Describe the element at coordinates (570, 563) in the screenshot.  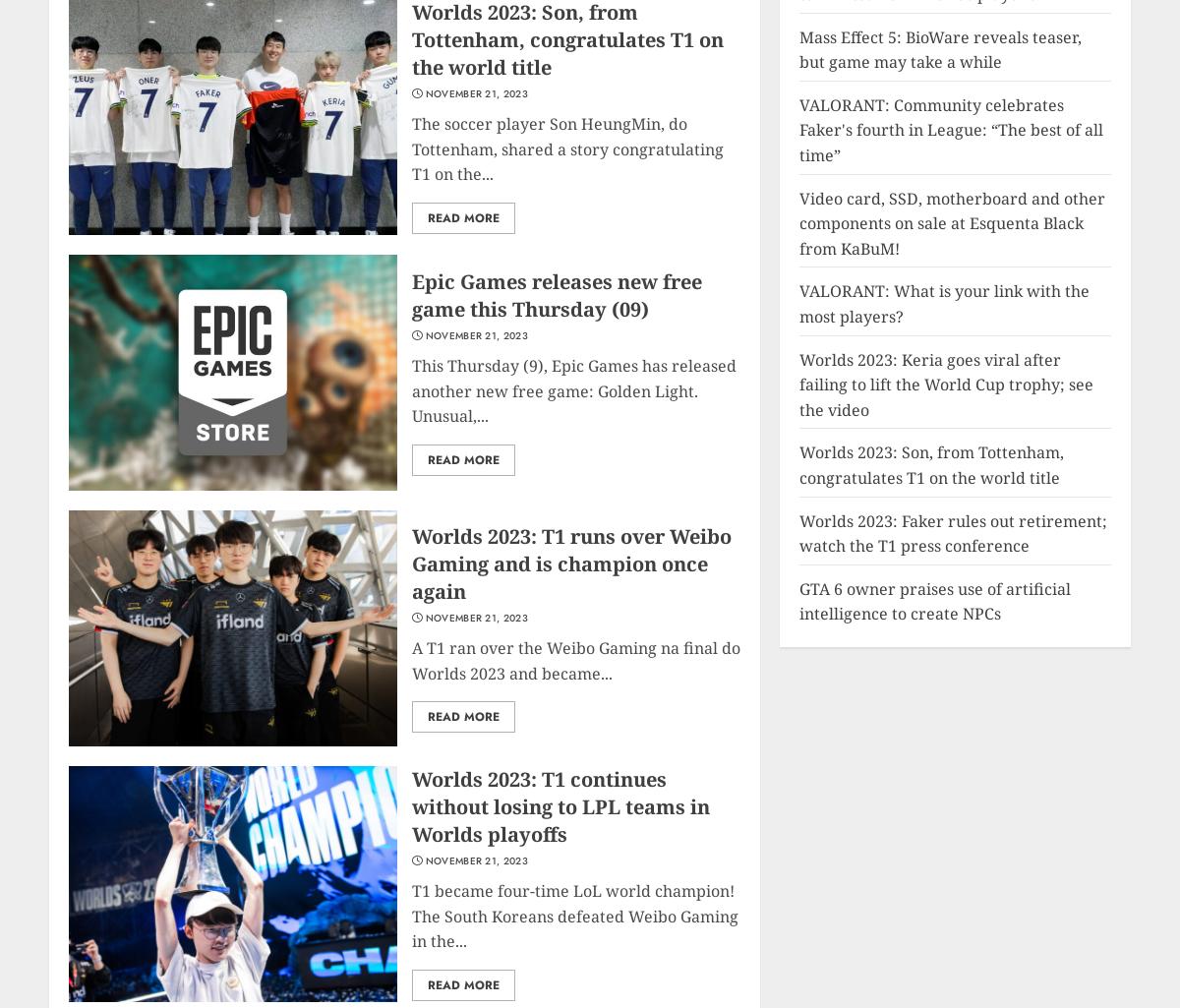
I see `'Worlds 2023: T1 runs over Weibo Gaming and is champion once again'` at that location.